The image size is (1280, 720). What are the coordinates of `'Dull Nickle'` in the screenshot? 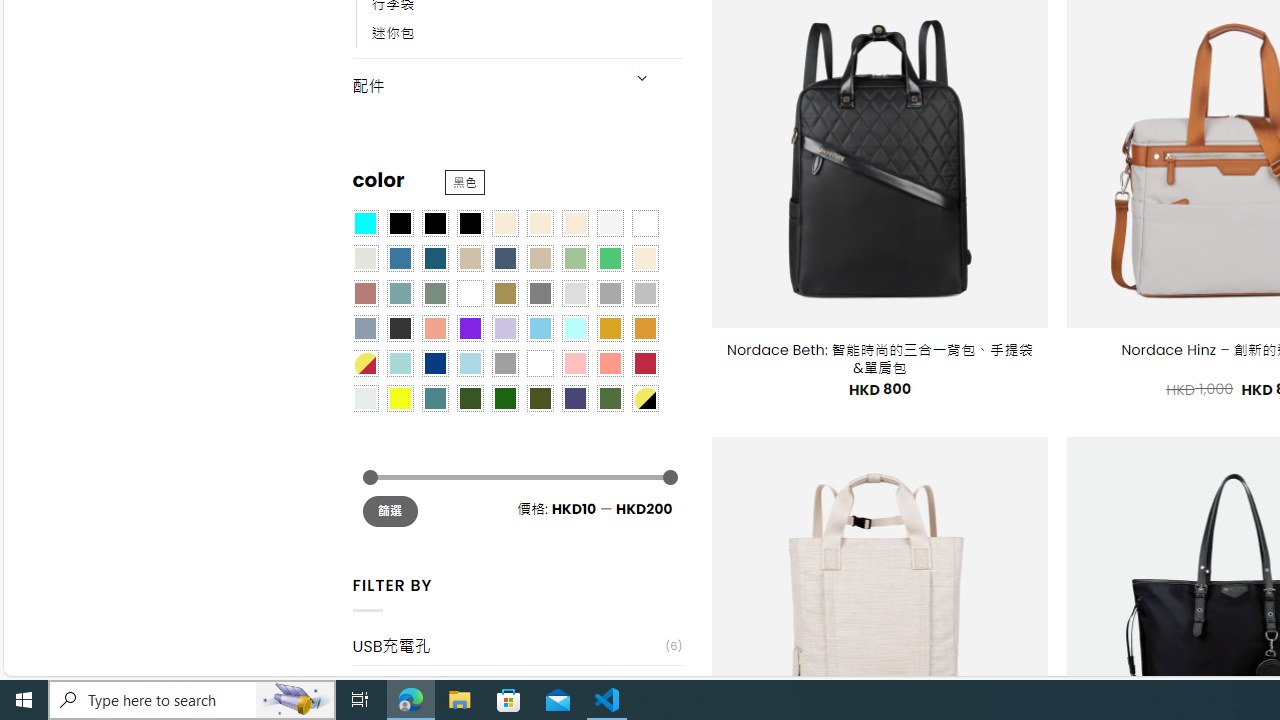 It's located at (364, 398).